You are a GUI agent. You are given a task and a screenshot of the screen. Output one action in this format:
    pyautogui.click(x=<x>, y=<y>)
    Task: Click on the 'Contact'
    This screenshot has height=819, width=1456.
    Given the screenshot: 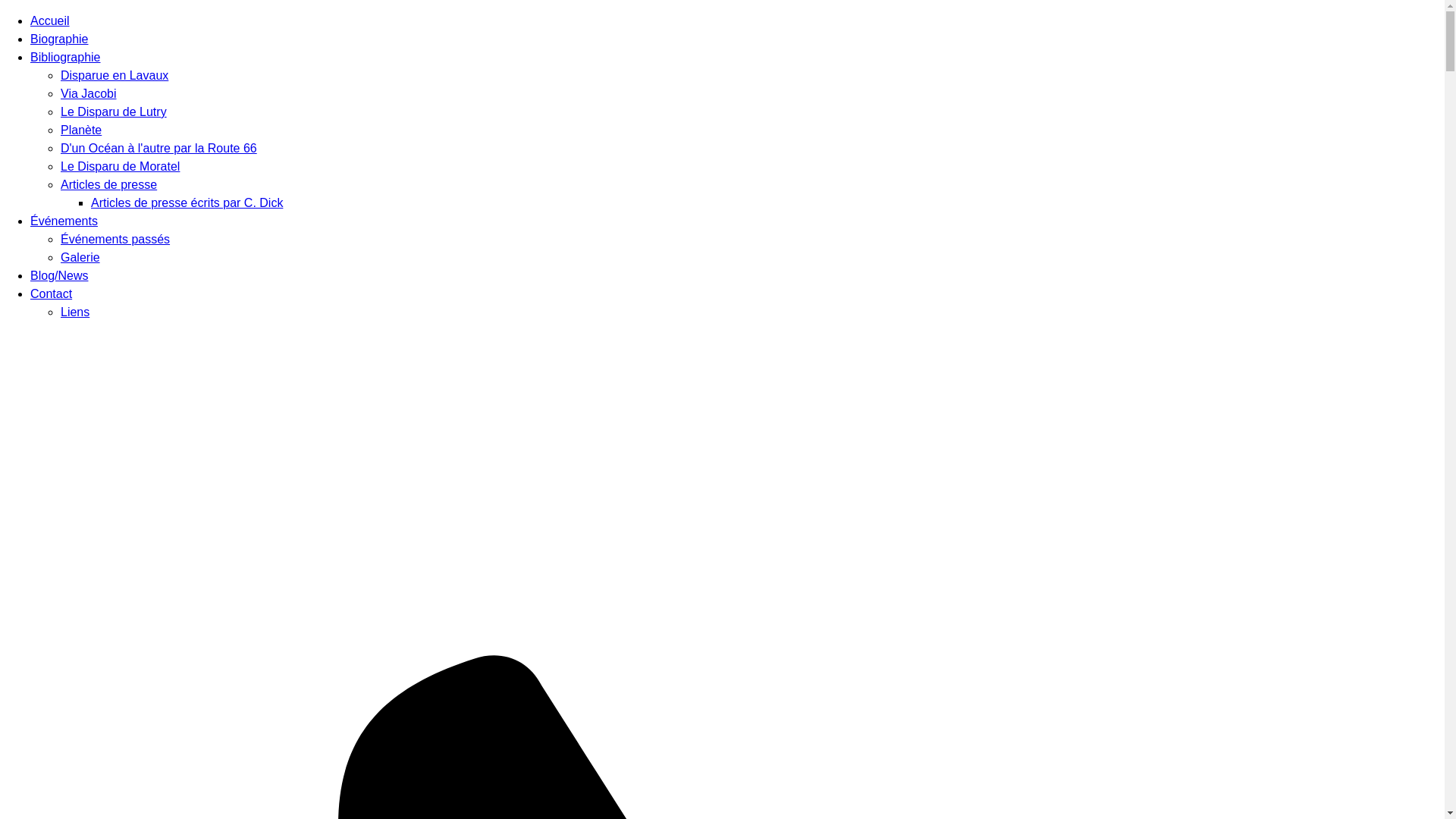 What is the action you would take?
    pyautogui.click(x=51, y=293)
    